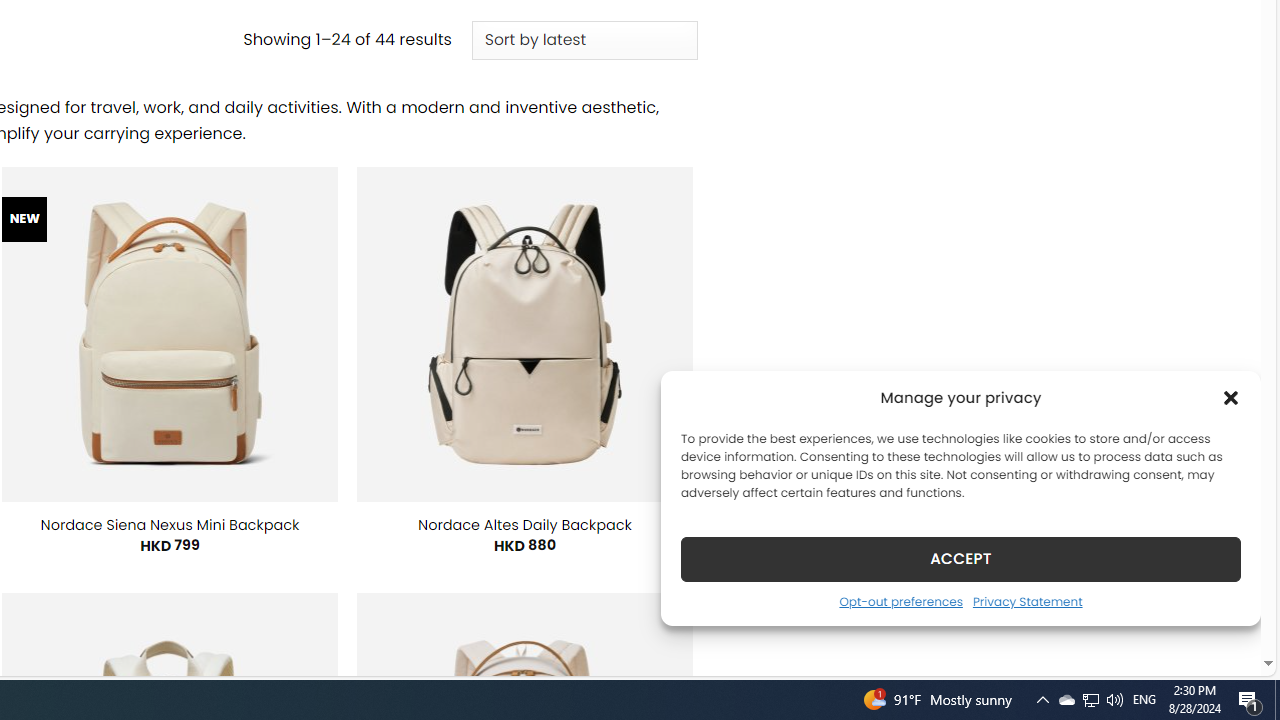 This screenshot has height=720, width=1280. I want to click on 'Nordace Siena Nexus Mini Backpack', so click(169, 523).